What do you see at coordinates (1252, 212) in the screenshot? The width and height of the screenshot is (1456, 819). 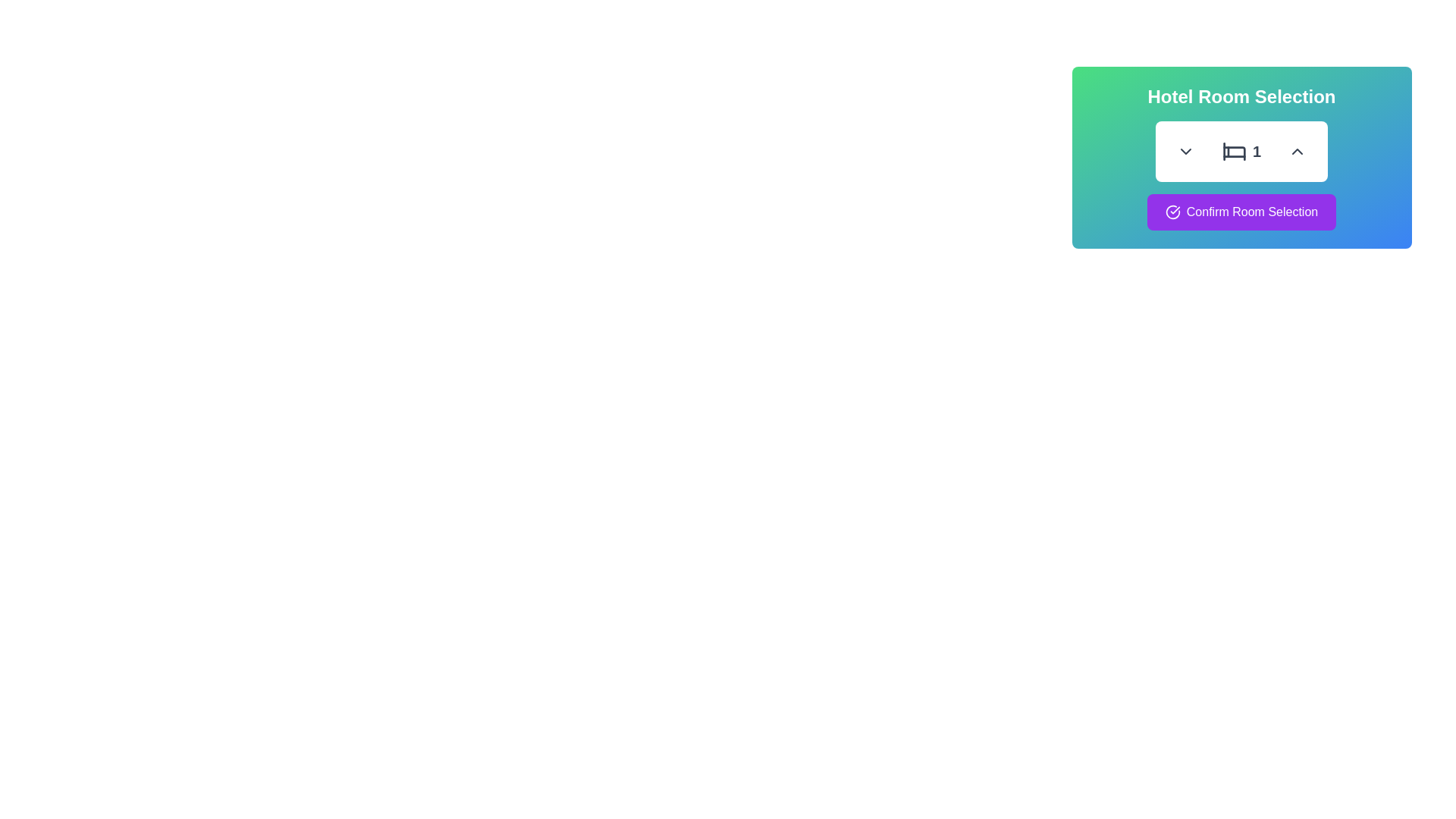 I see `the button labeled 'Confirm Room Selection' which has white text on a purple background to confirm the room selection` at bounding box center [1252, 212].